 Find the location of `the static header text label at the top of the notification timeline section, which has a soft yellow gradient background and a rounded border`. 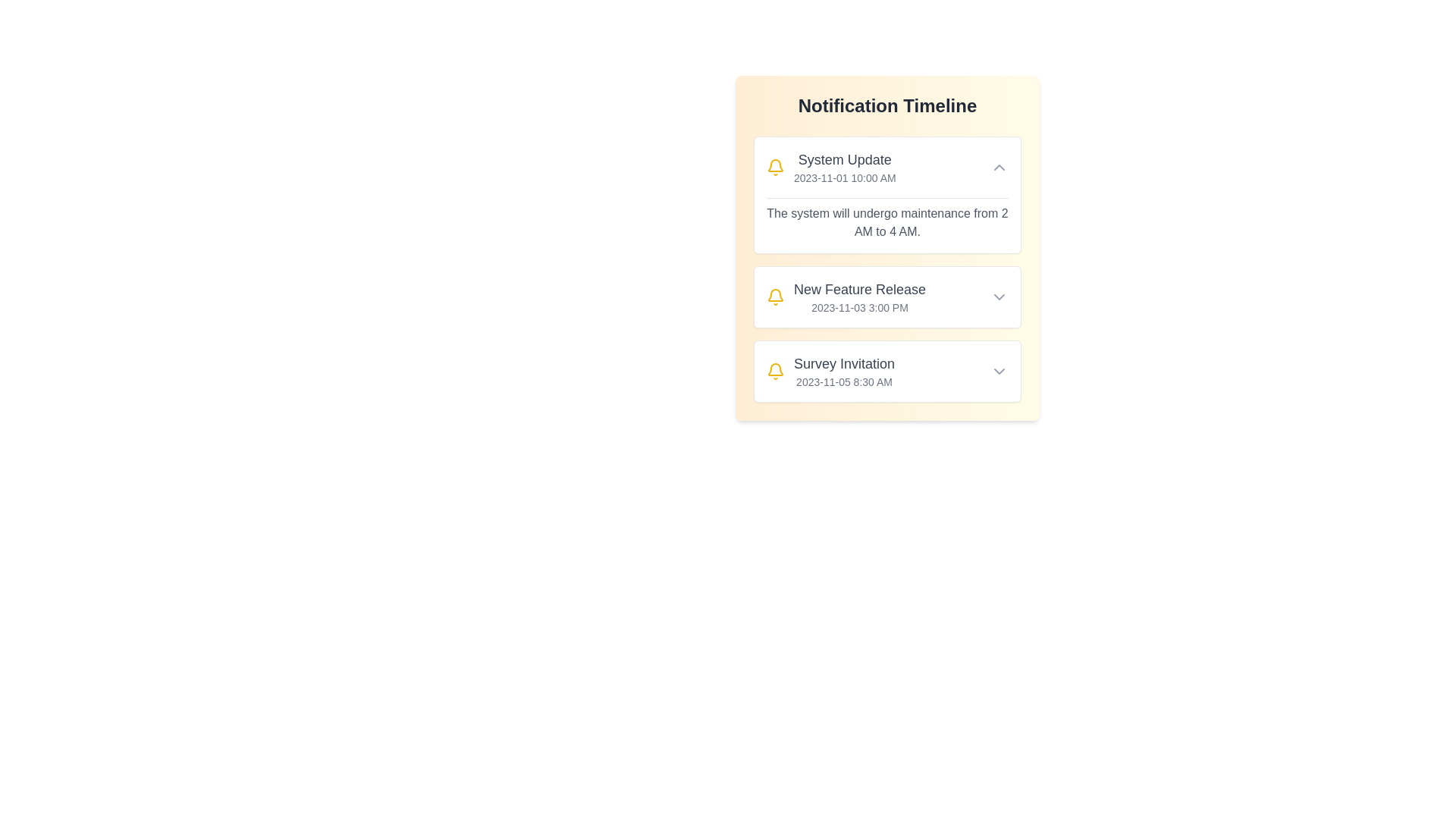

the static header text label at the top of the notification timeline section, which has a soft yellow gradient background and a rounded border is located at coordinates (887, 105).